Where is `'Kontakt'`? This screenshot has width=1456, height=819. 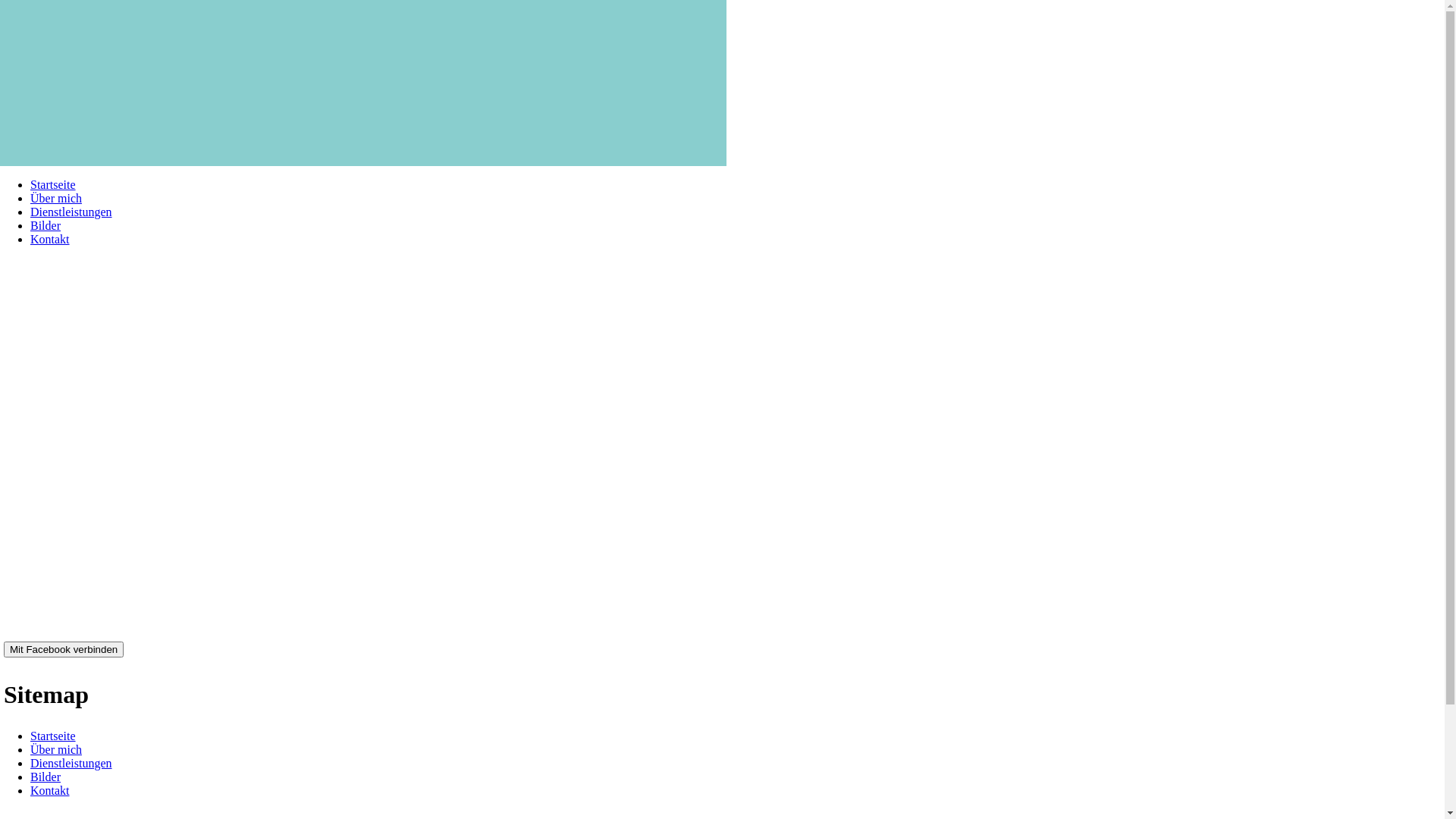
'Kontakt' is located at coordinates (50, 789).